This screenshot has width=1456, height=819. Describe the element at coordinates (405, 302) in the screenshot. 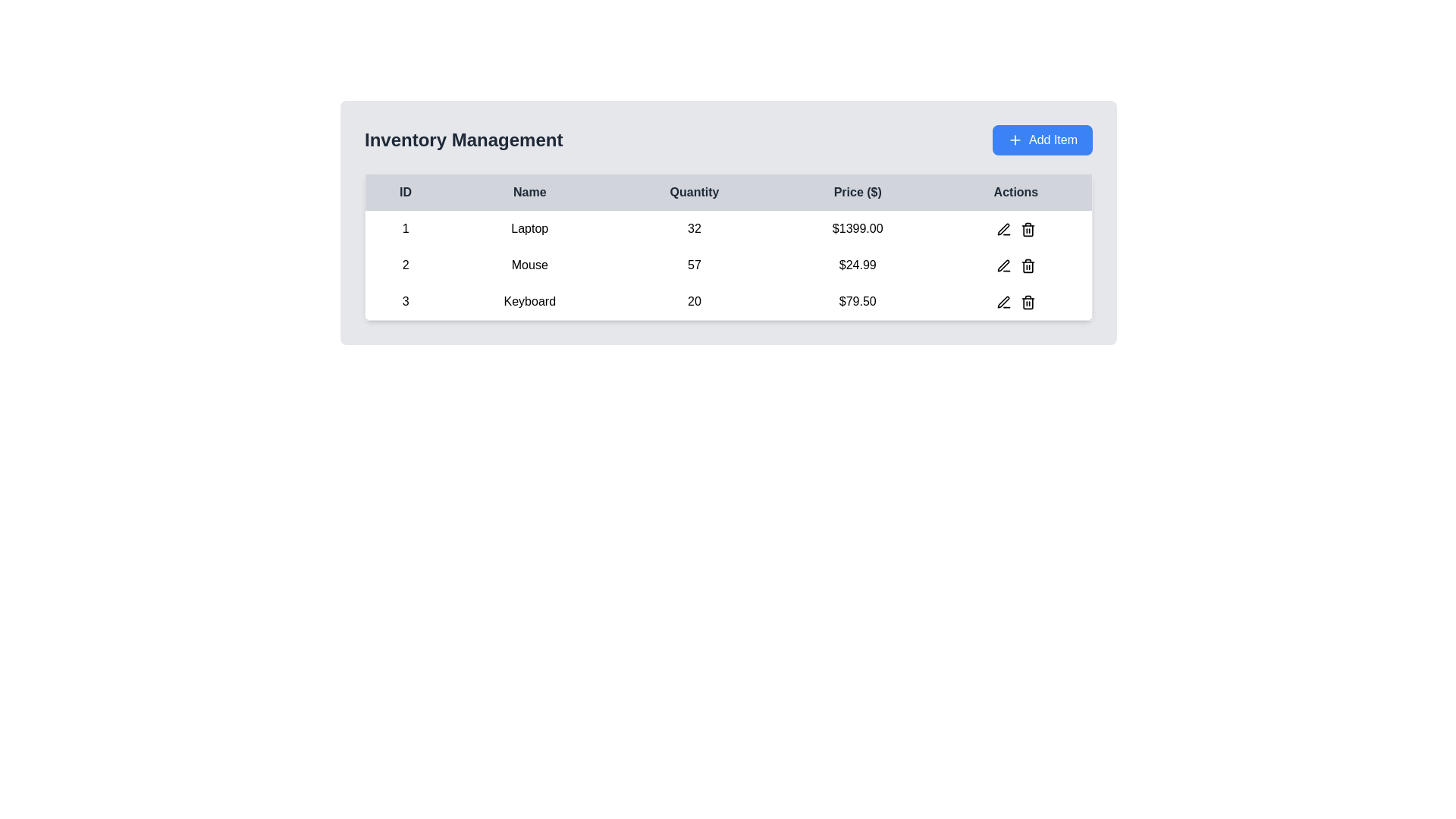

I see `the Label displaying the number '3' in bold black font located in the first column of the table's third row within the 'Inventory Management' section` at that location.